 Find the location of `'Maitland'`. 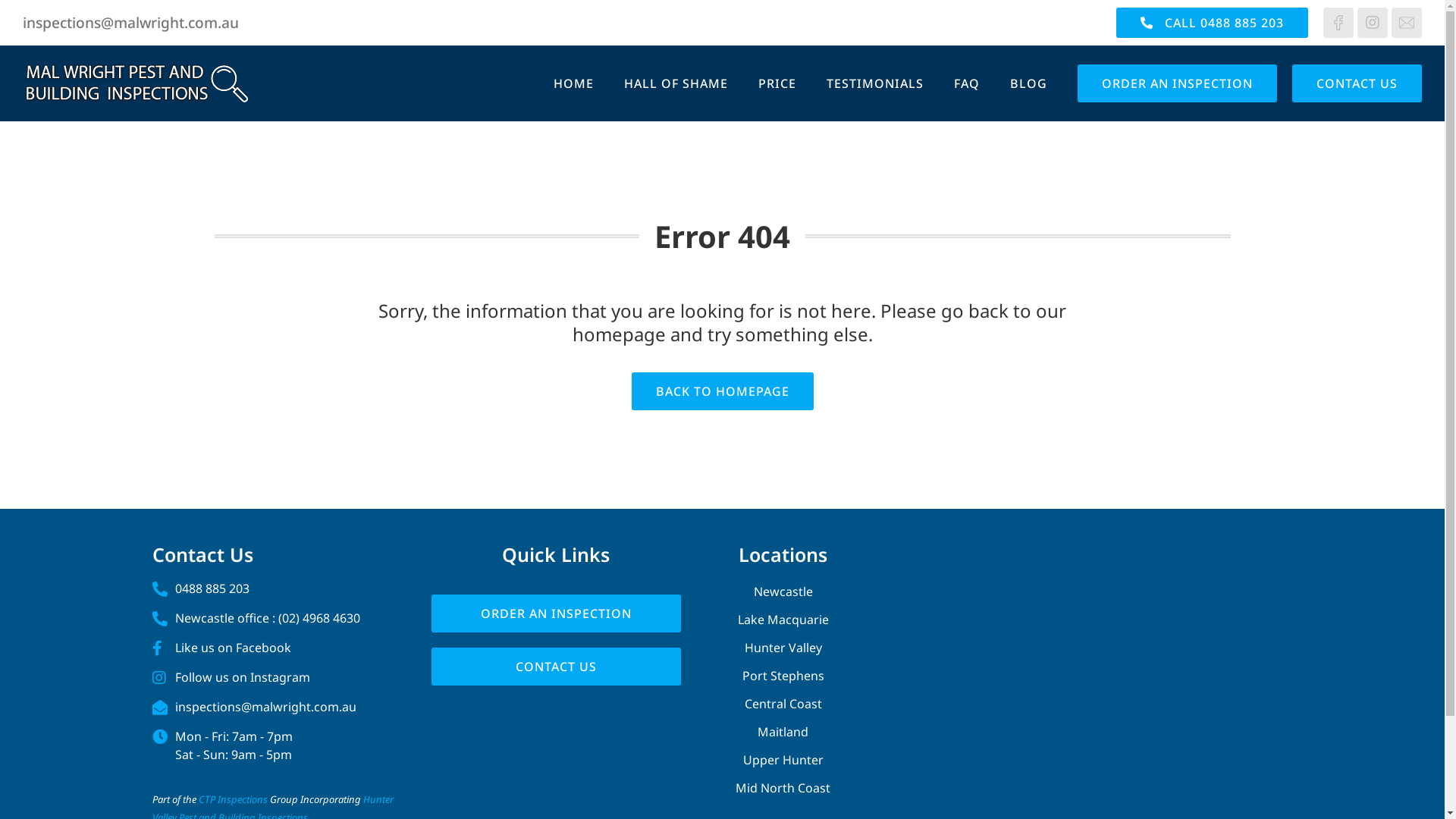

'Maitland' is located at coordinates (783, 730).